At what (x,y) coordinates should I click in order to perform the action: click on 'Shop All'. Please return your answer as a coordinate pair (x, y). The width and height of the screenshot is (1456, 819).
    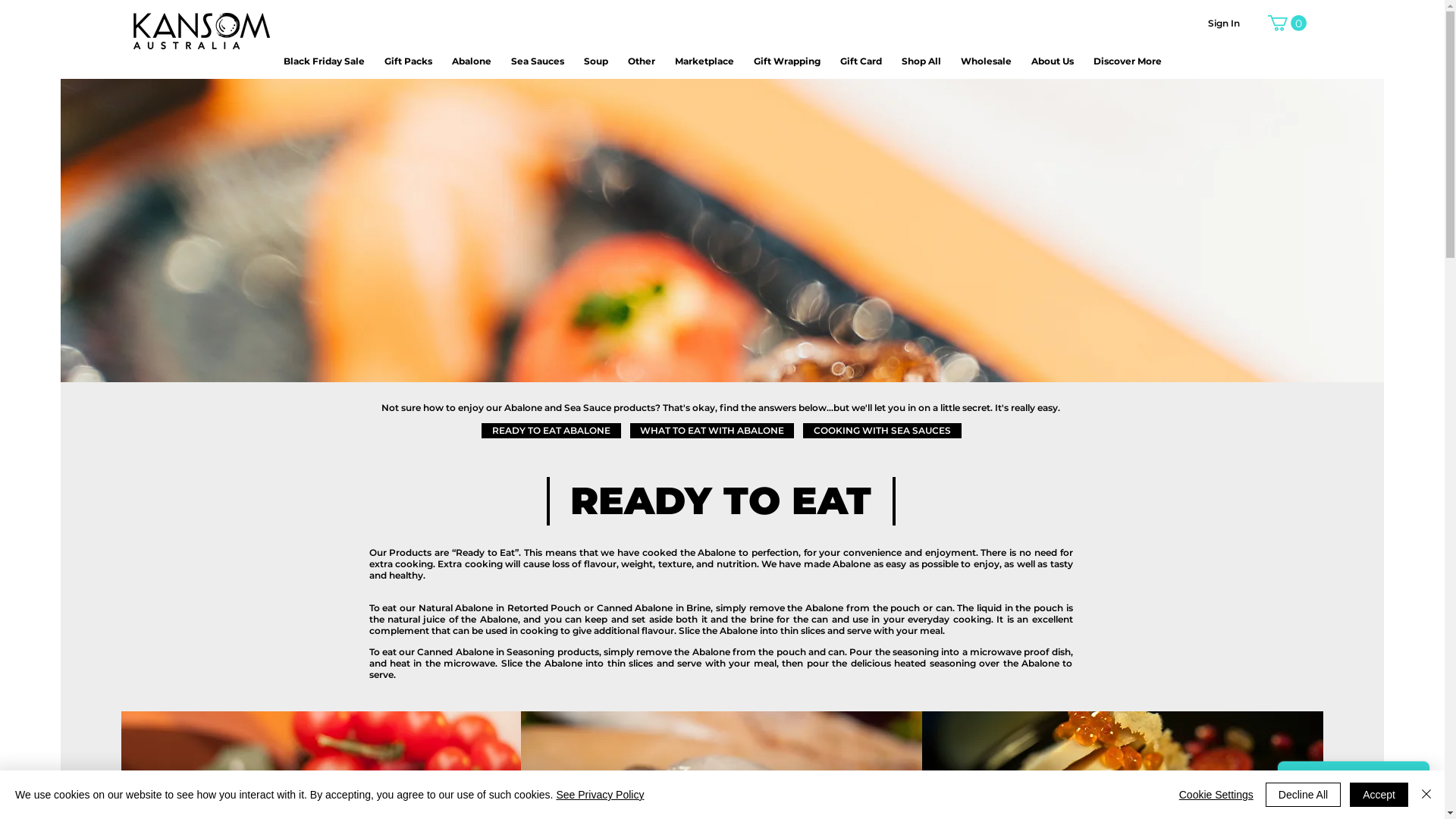
    Looking at the image, I should click on (920, 60).